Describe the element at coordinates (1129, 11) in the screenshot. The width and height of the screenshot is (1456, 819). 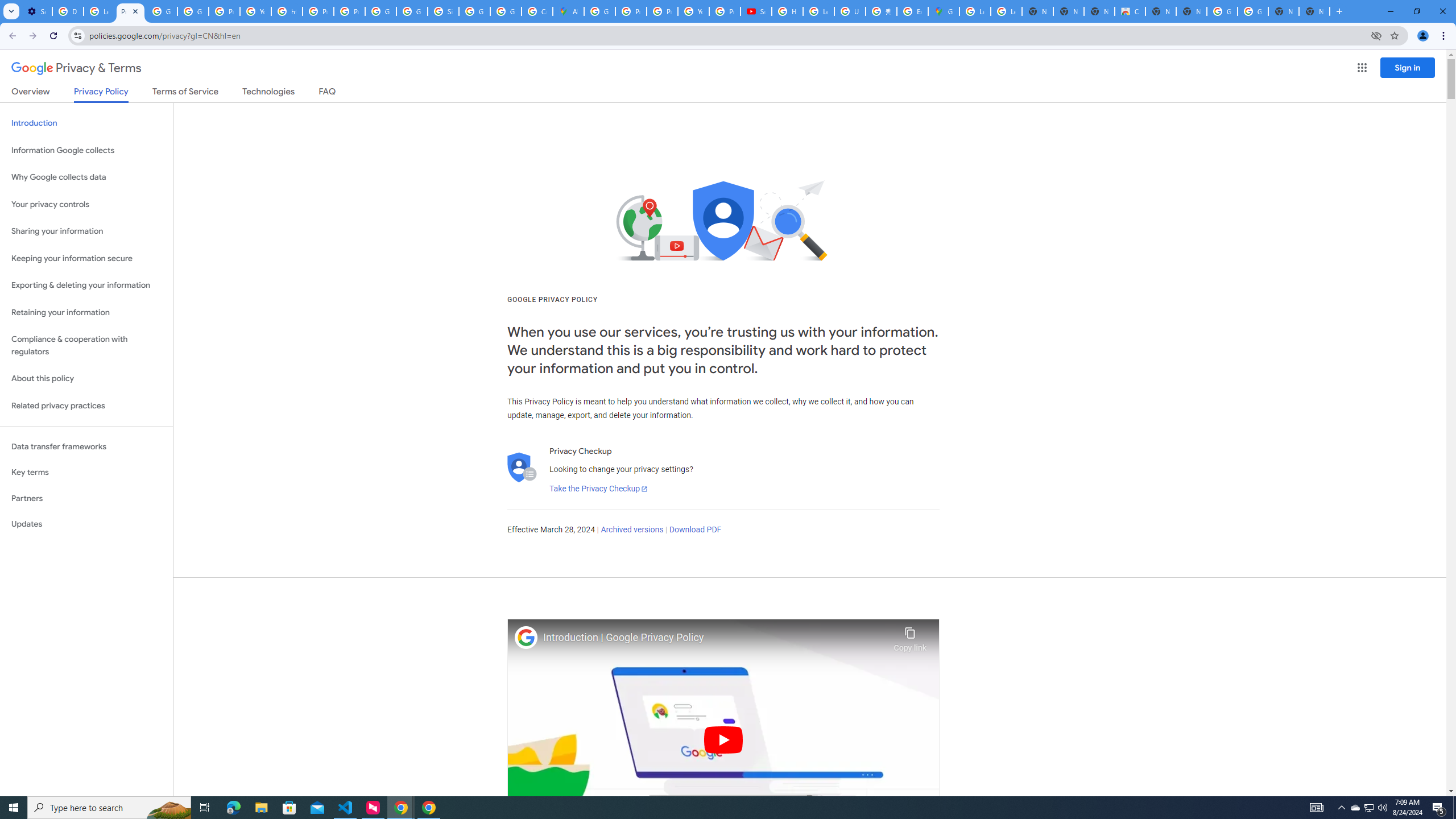
I see `'Chrome Web Store'` at that location.